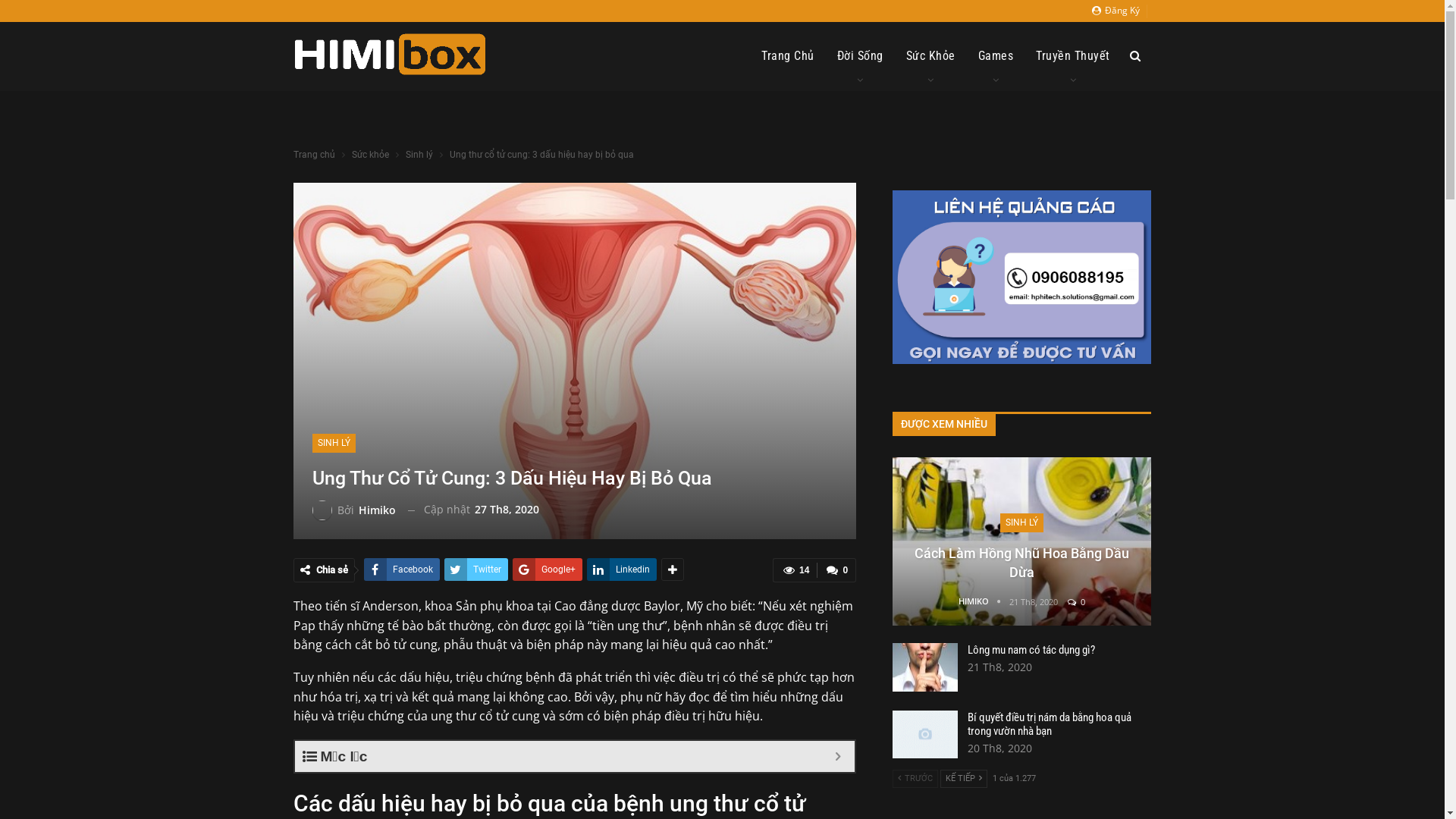 The image size is (1456, 819). I want to click on 'HIMIKO', so click(984, 600).